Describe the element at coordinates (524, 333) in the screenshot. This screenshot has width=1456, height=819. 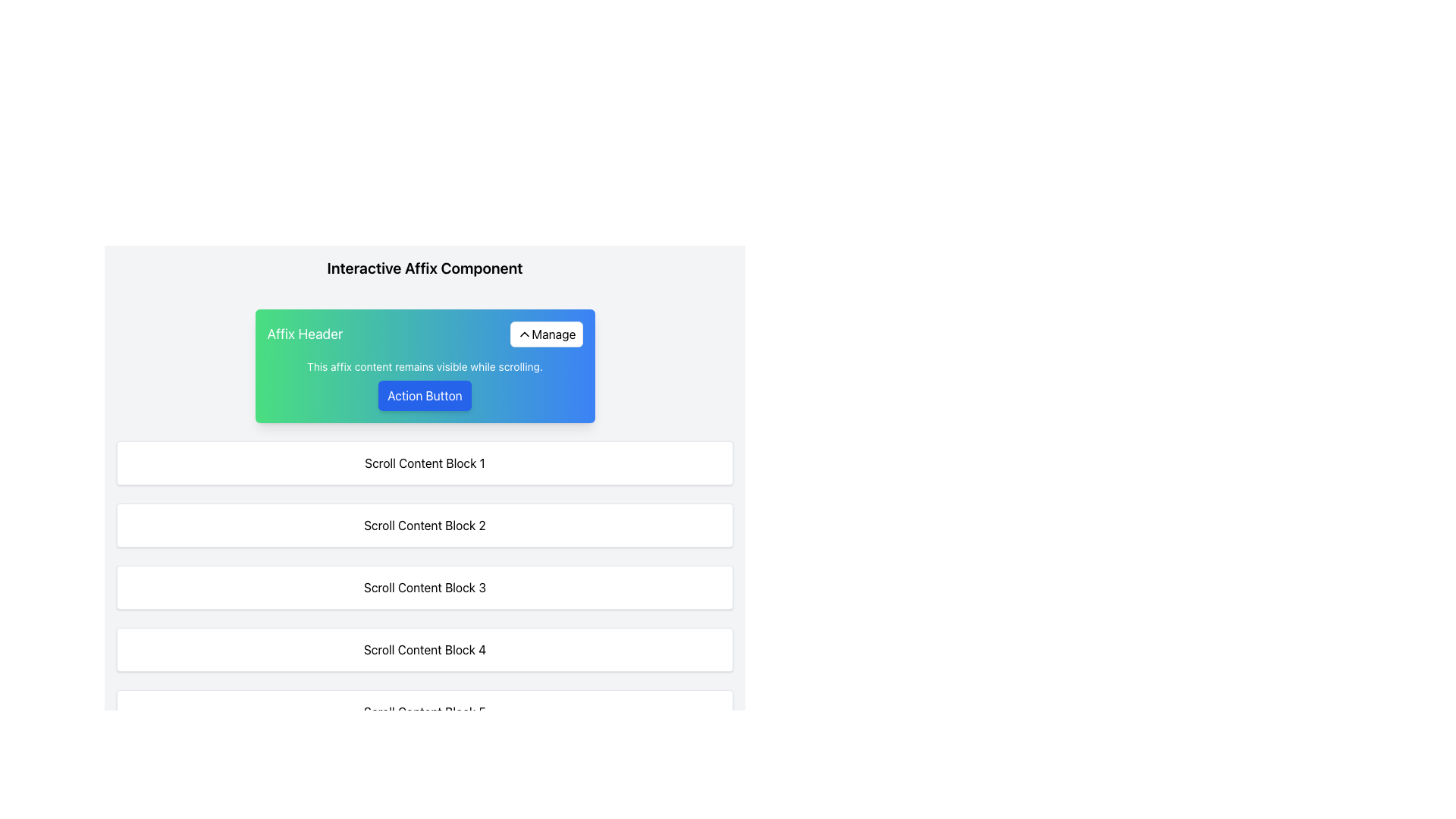
I see `the chevron up icon located in the top-right region of the interface's content panel next` at that location.